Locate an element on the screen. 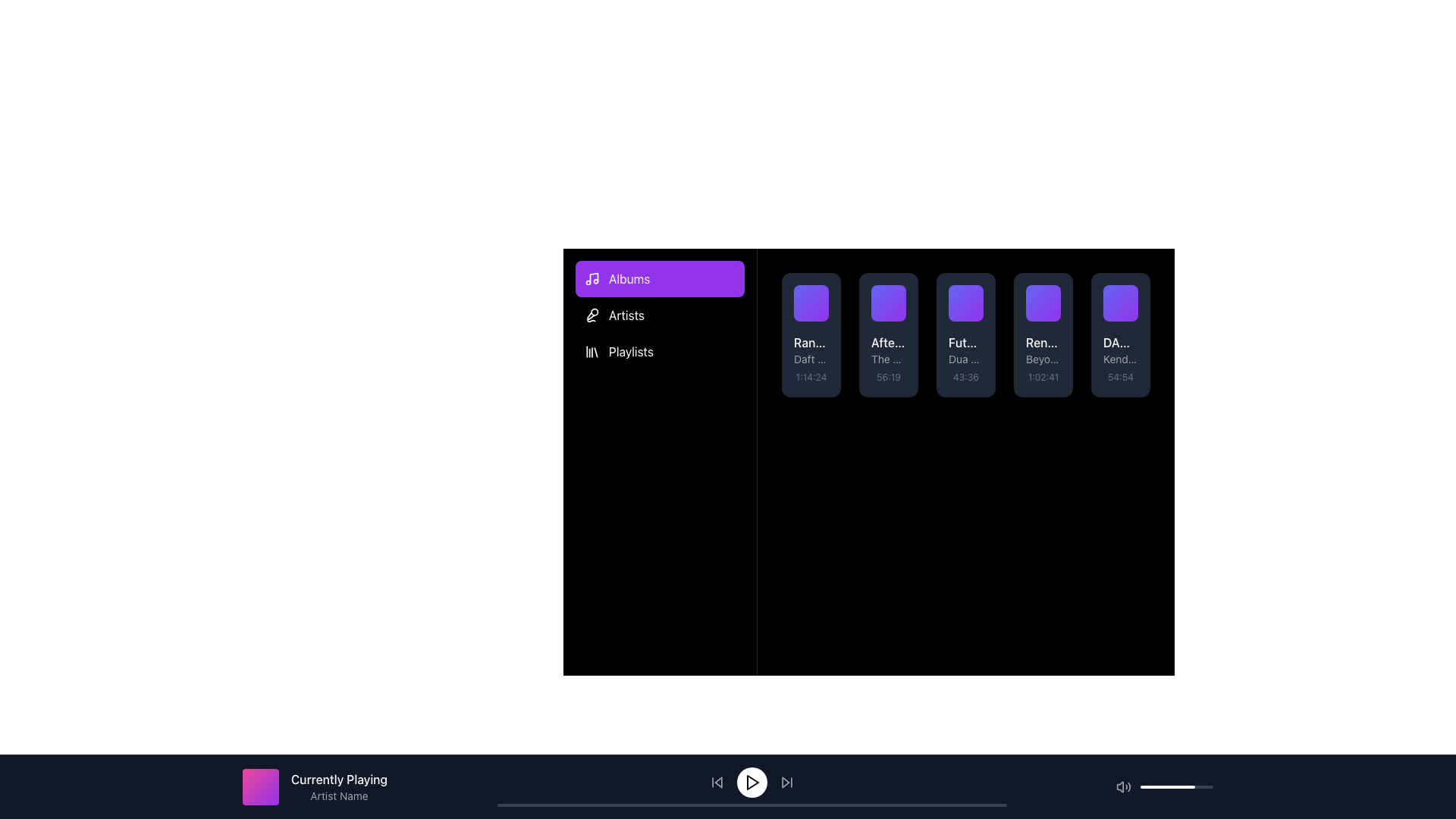 The width and height of the screenshot is (1456, 819). the heart-shaped icon outlined with a thin stroke, which symbolizes a favorite or like feature, located at the top part of the first album card in the second main column of the interface is located at coordinates (818, 294).